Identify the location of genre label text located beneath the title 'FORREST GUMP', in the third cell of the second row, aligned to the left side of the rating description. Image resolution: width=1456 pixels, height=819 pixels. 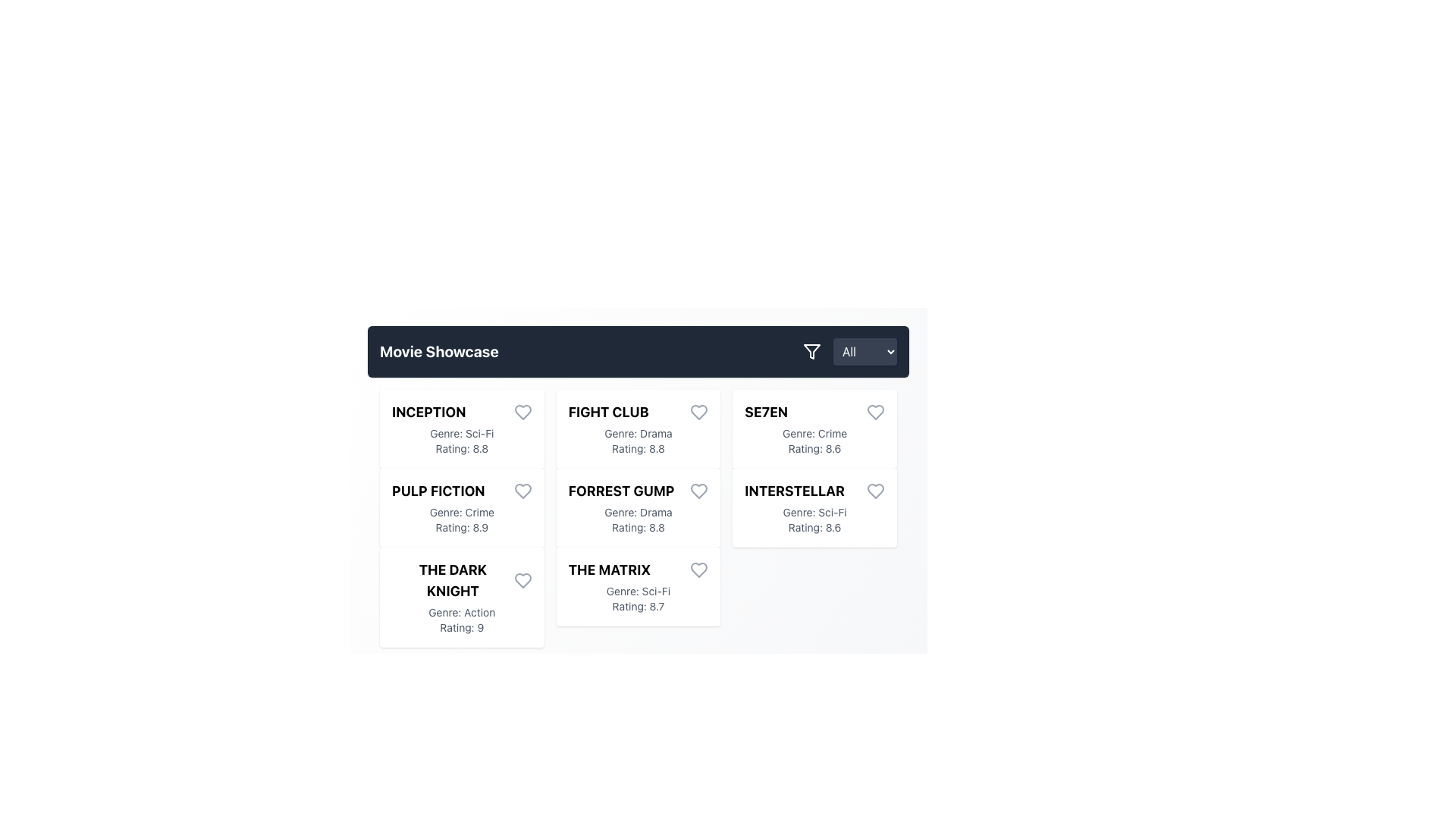
(656, 512).